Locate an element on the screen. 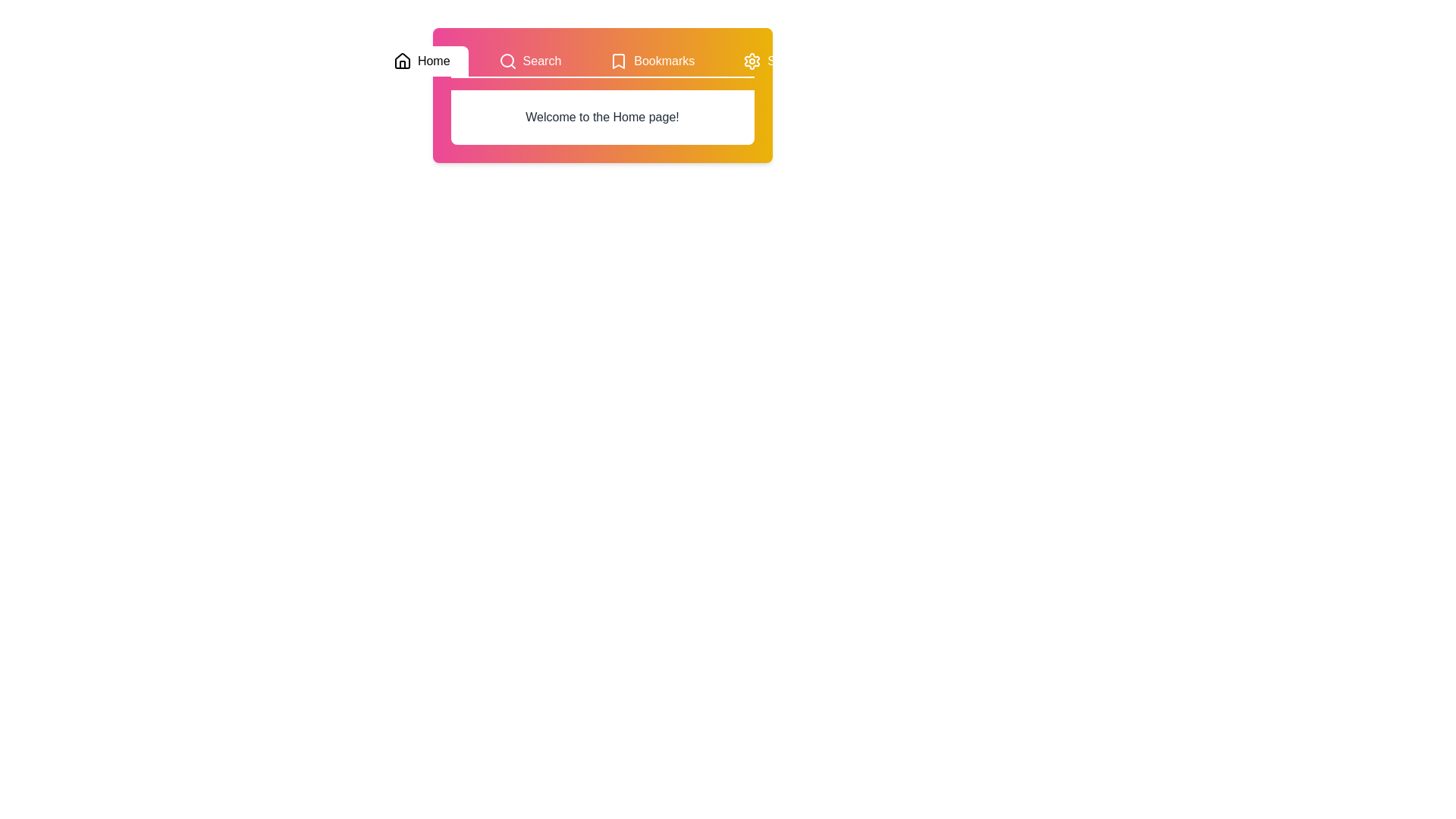 This screenshot has height=819, width=1456. the tab labeled Search to preview its highlight effect is located at coordinates (529, 61).